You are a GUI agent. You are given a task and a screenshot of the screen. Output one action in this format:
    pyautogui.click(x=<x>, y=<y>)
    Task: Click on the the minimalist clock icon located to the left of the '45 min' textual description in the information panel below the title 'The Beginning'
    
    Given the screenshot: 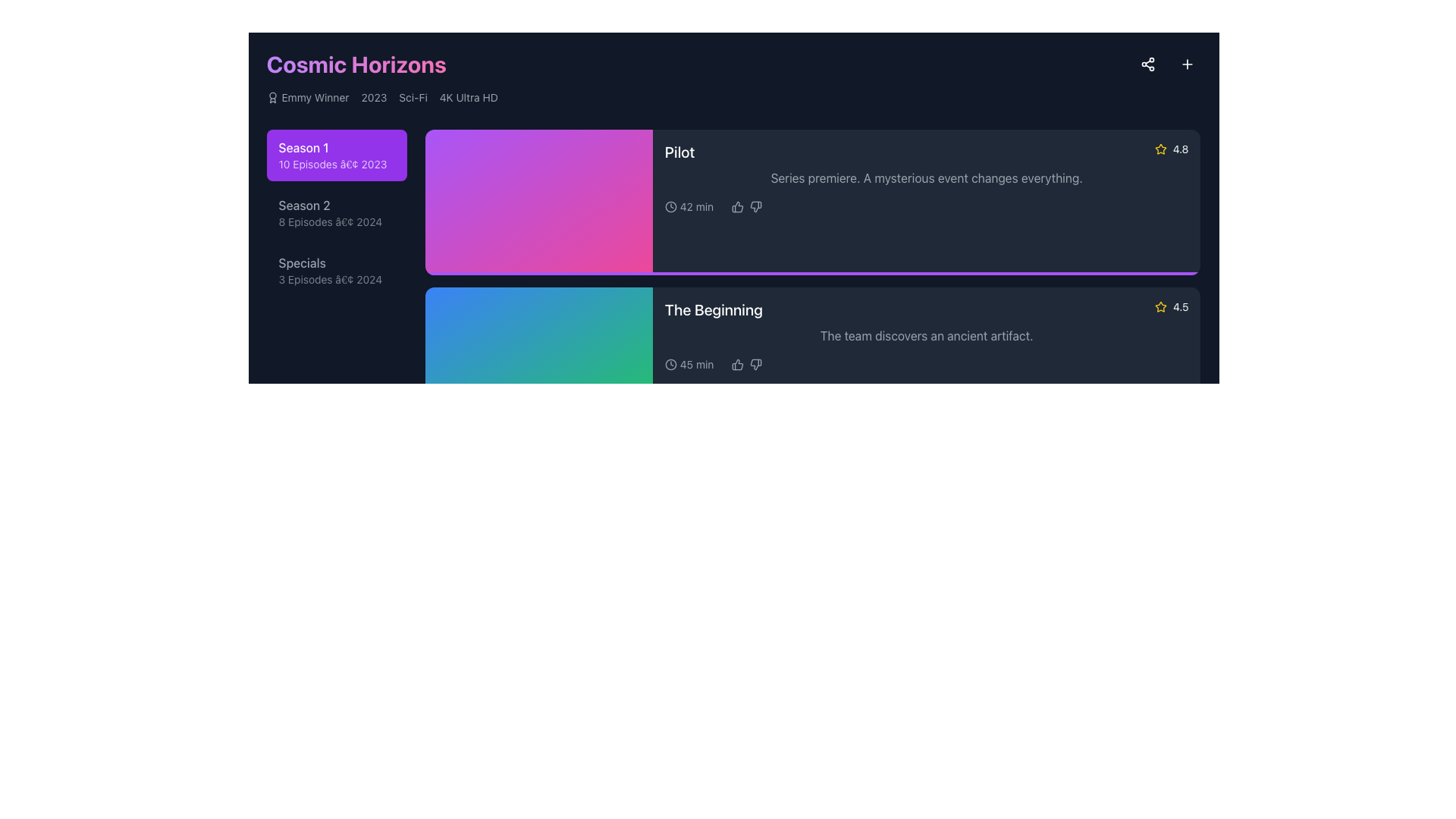 What is the action you would take?
    pyautogui.click(x=670, y=365)
    